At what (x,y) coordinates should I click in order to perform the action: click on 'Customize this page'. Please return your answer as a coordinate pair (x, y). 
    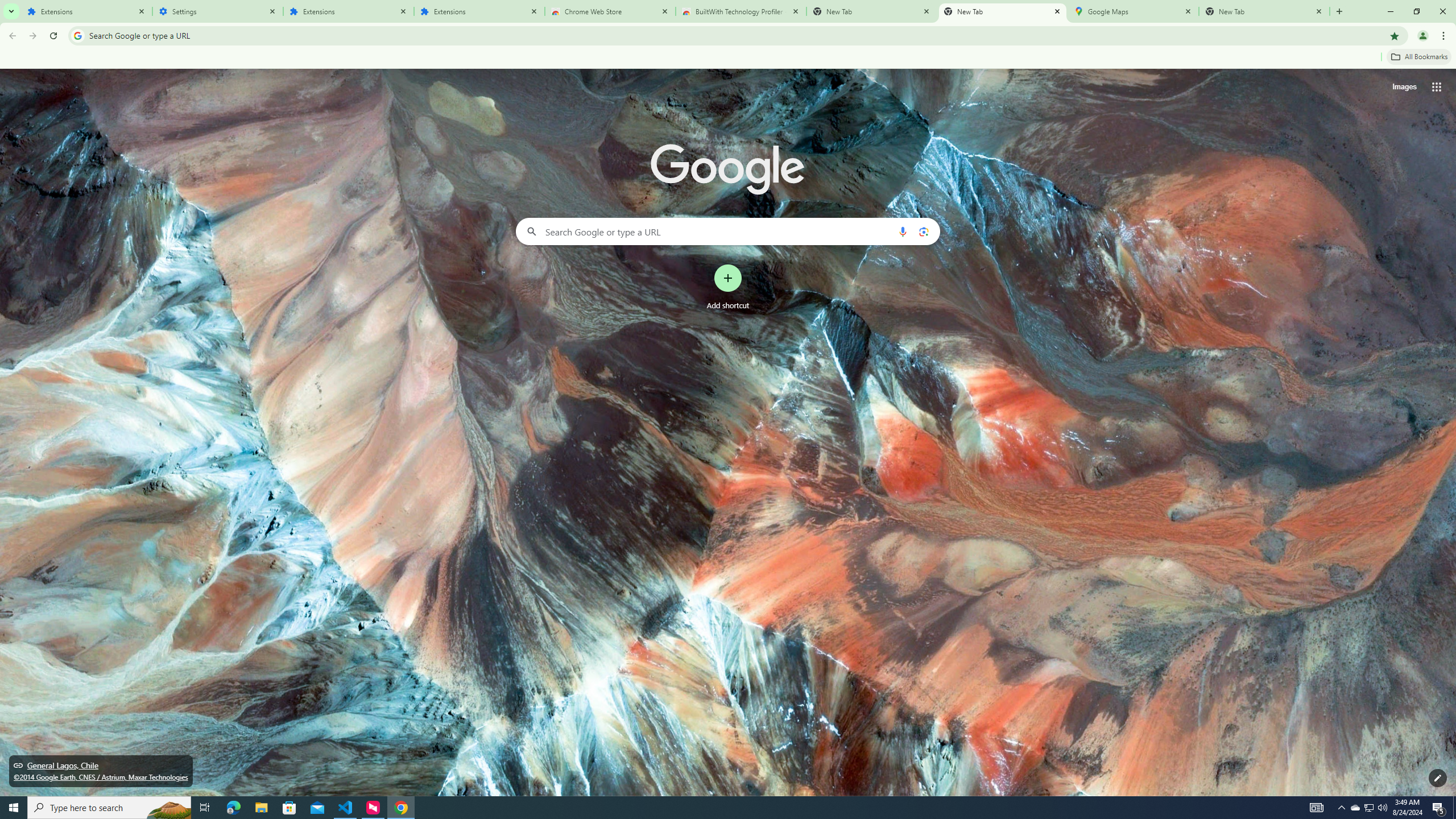
    Looking at the image, I should click on (1437, 777).